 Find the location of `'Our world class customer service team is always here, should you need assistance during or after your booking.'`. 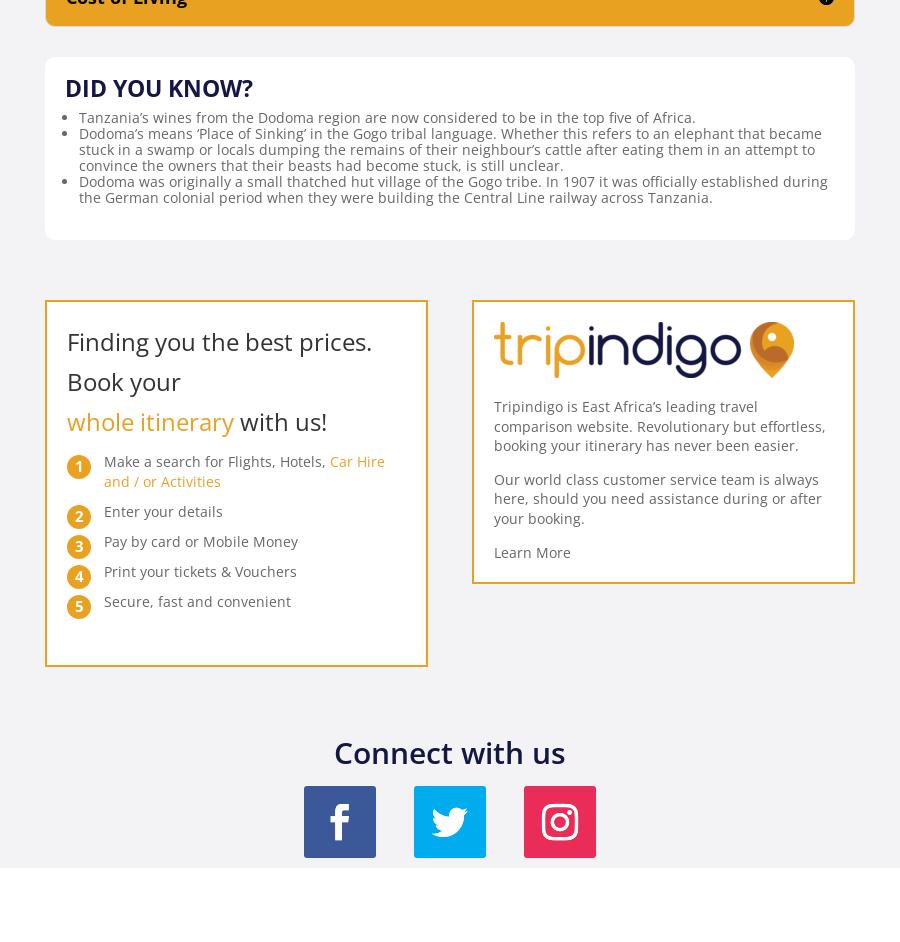

'Our world class customer service team is always here, should you need assistance during or after your booking.' is located at coordinates (657, 498).